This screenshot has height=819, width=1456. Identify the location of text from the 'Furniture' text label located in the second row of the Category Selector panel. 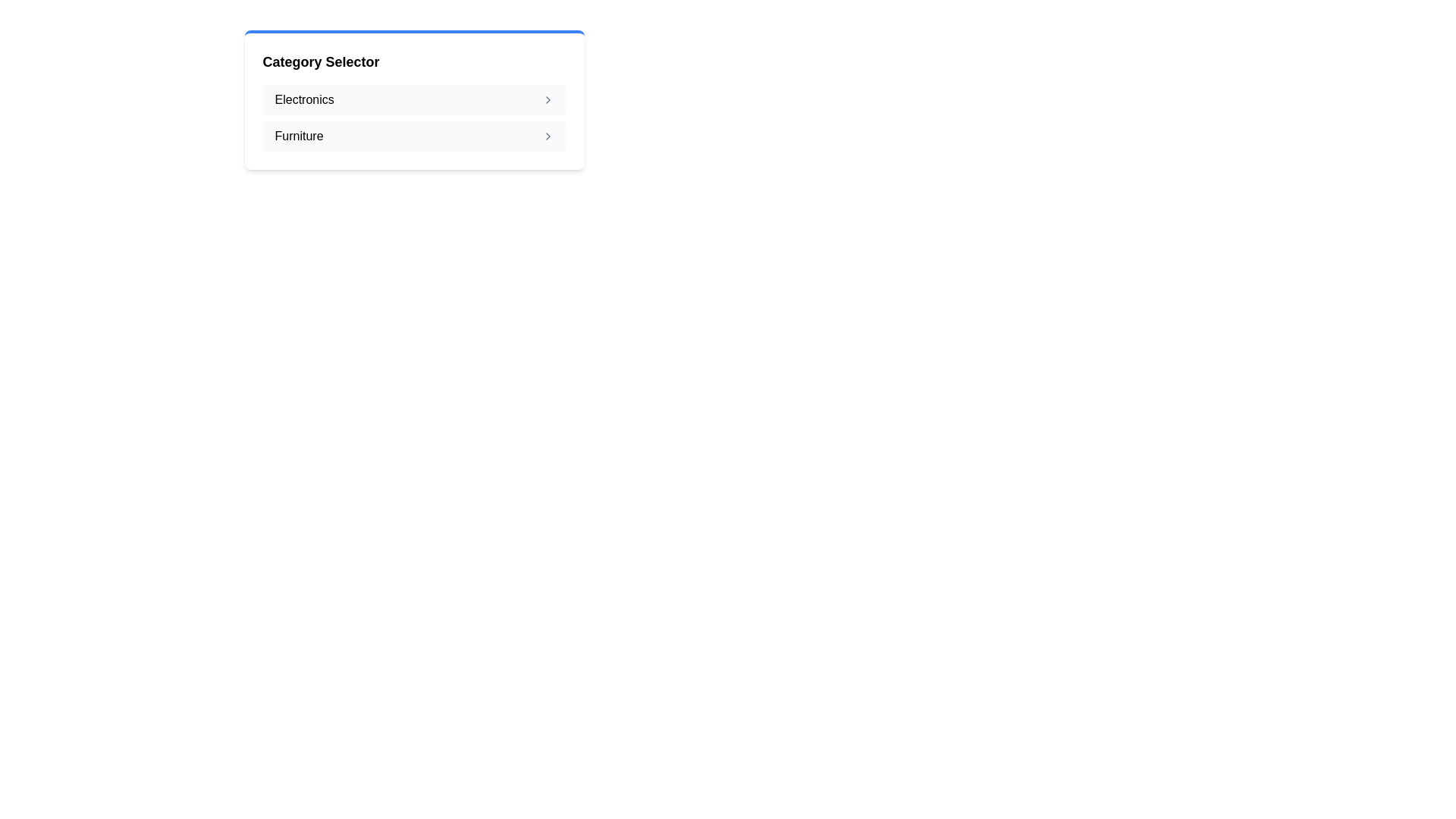
(299, 136).